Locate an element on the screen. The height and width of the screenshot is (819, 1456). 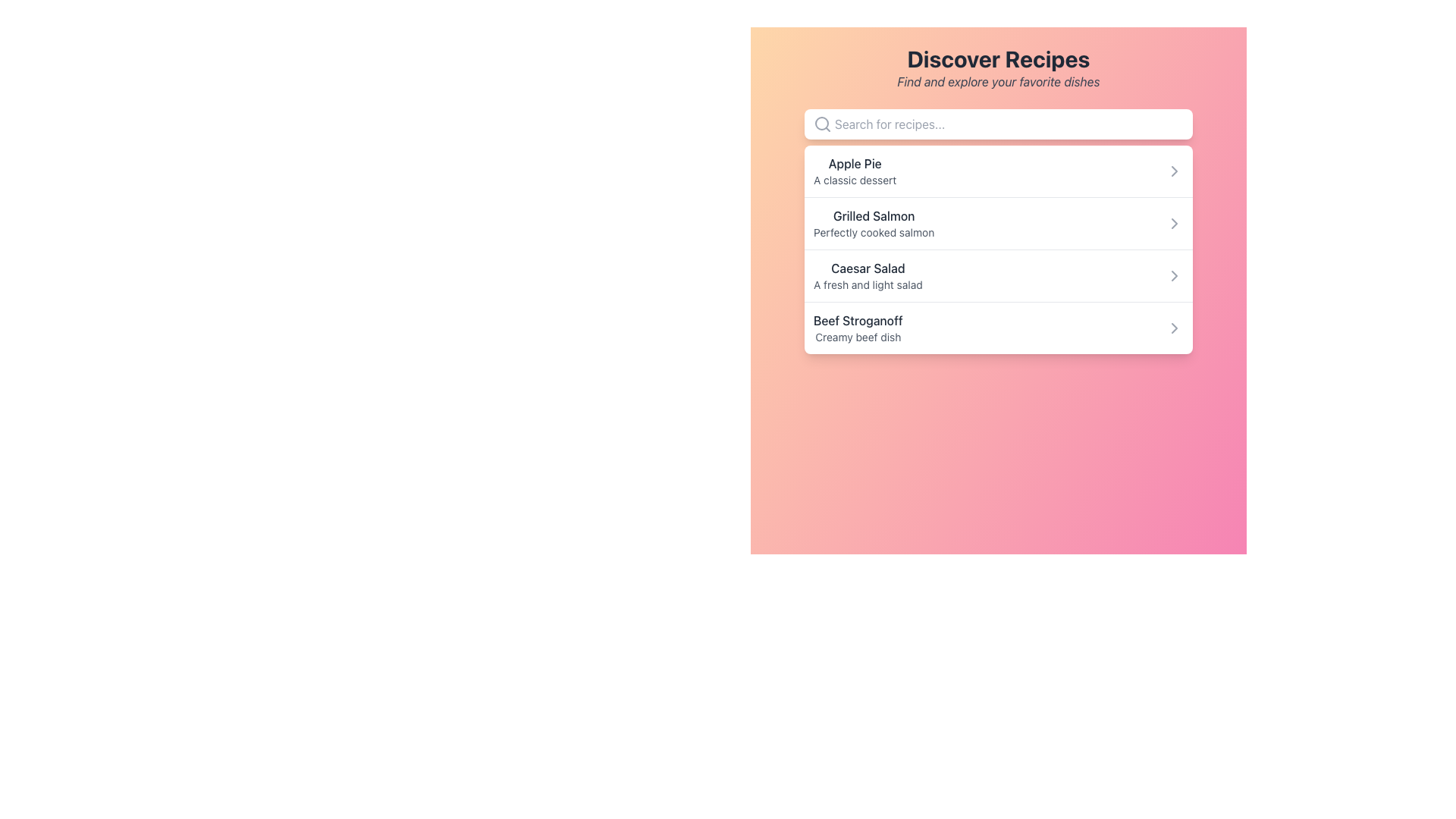
the Text Label displaying 'A fresh and light salad', which is styled in gray and located beneath the 'Caesar Salad' text is located at coordinates (868, 284).